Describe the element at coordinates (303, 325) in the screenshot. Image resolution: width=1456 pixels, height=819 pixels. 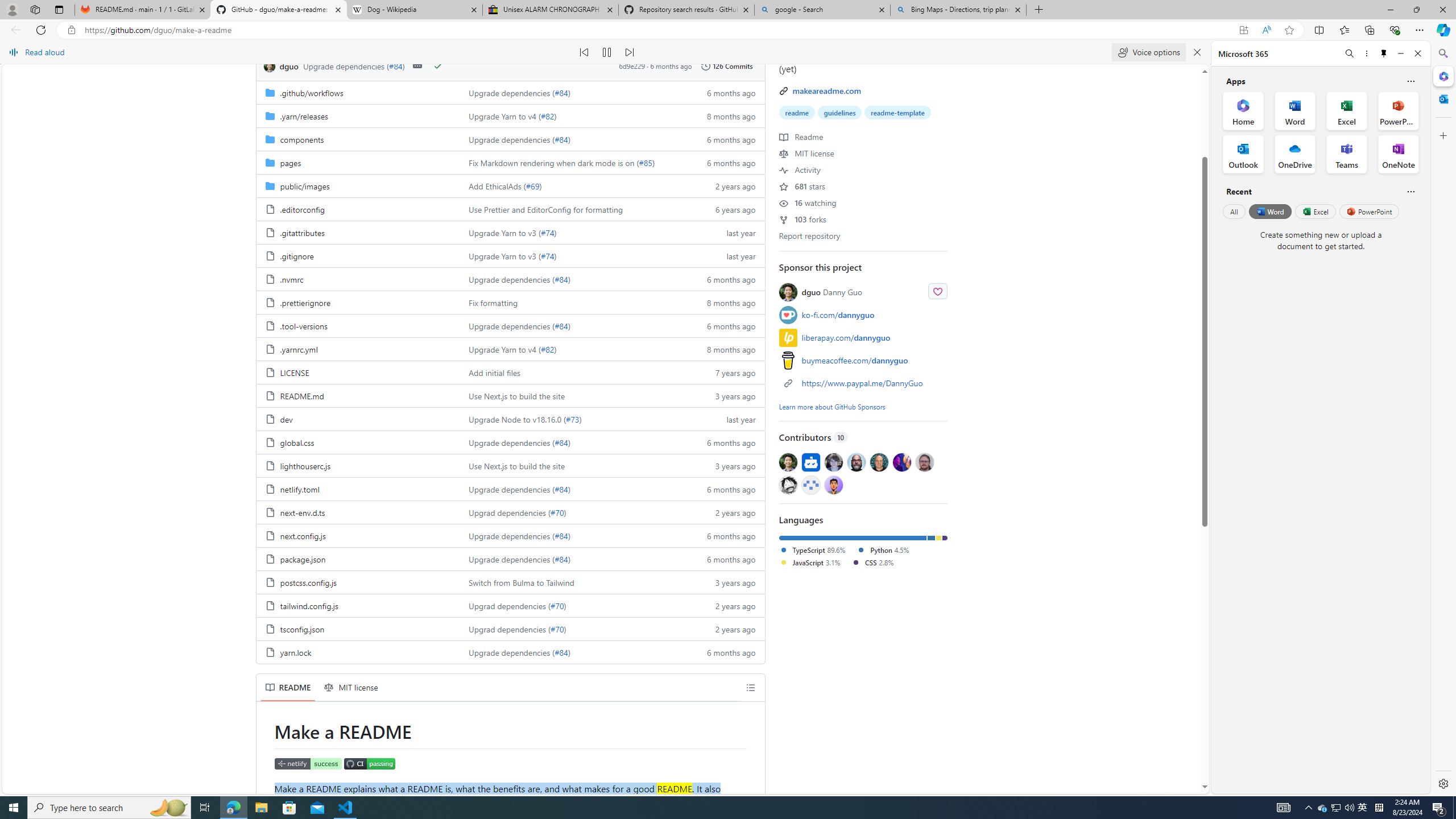
I see `'.tool-versions, (File)'` at that location.